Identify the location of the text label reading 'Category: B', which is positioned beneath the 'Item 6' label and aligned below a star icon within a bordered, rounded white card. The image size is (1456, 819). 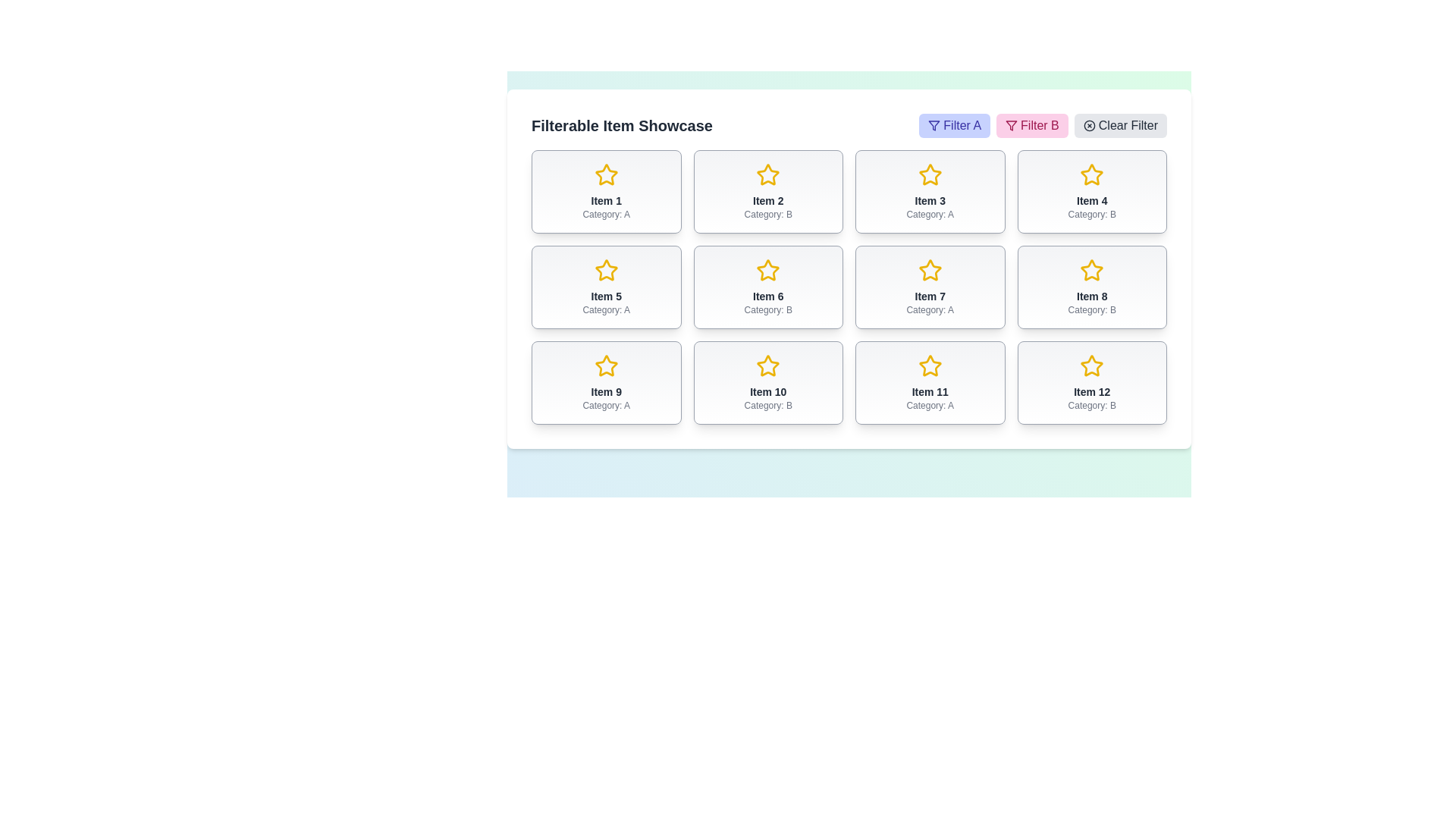
(768, 309).